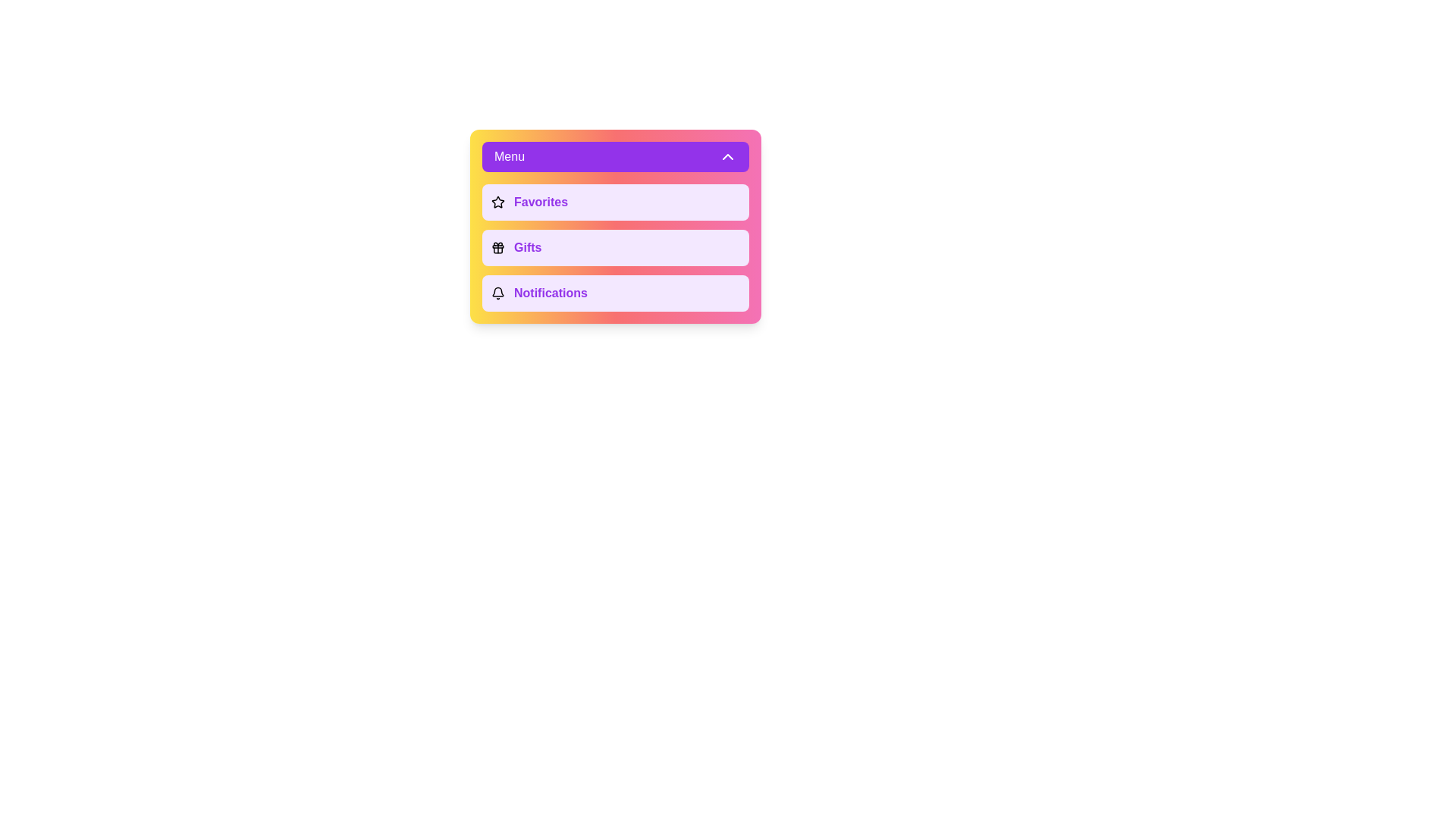 Image resolution: width=1456 pixels, height=819 pixels. What do you see at coordinates (615, 201) in the screenshot?
I see `the menu option Favorites` at bounding box center [615, 201].